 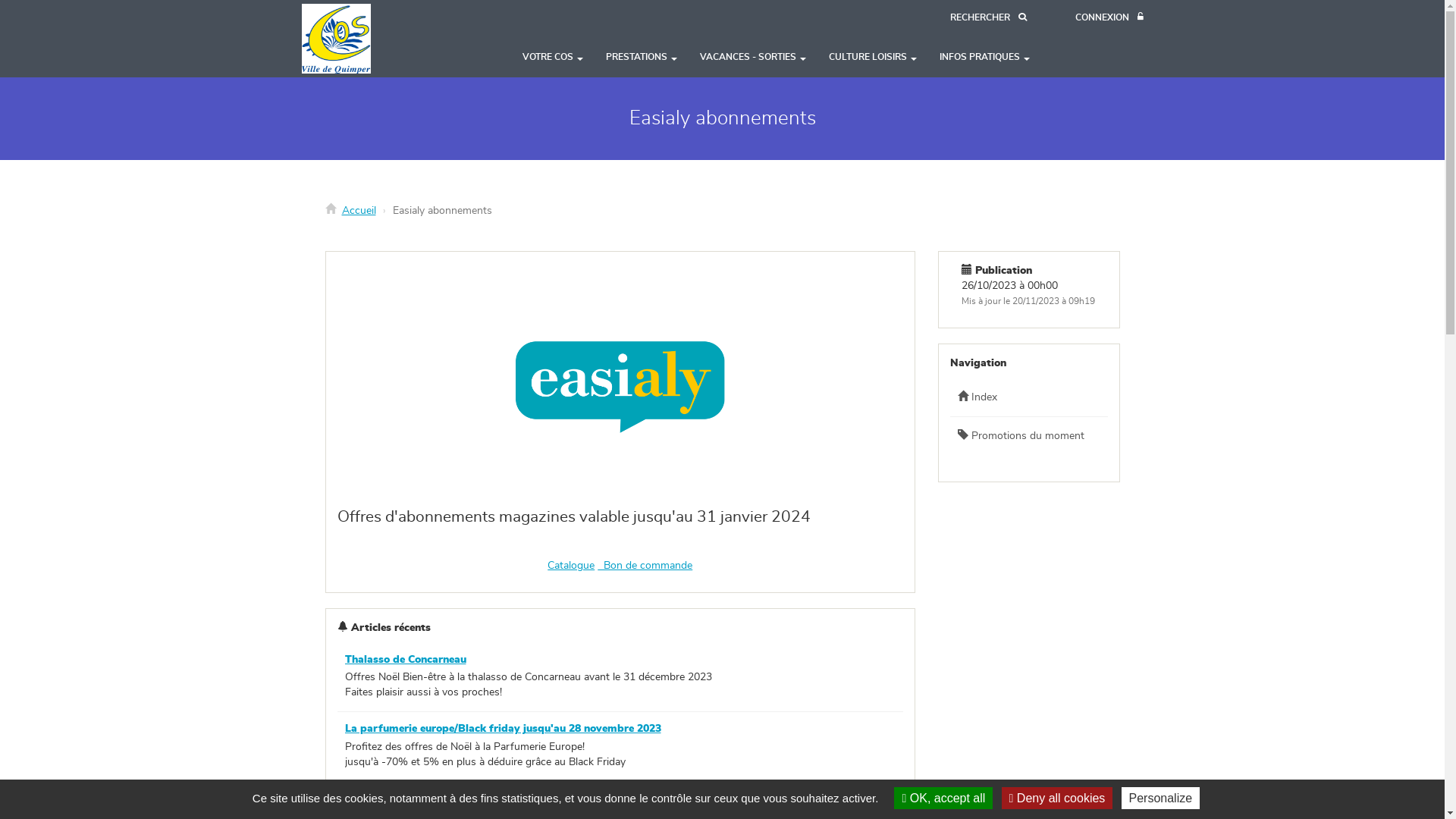 I want to click on 'Thalasso de Concarneau', so click(x=404, y=659).